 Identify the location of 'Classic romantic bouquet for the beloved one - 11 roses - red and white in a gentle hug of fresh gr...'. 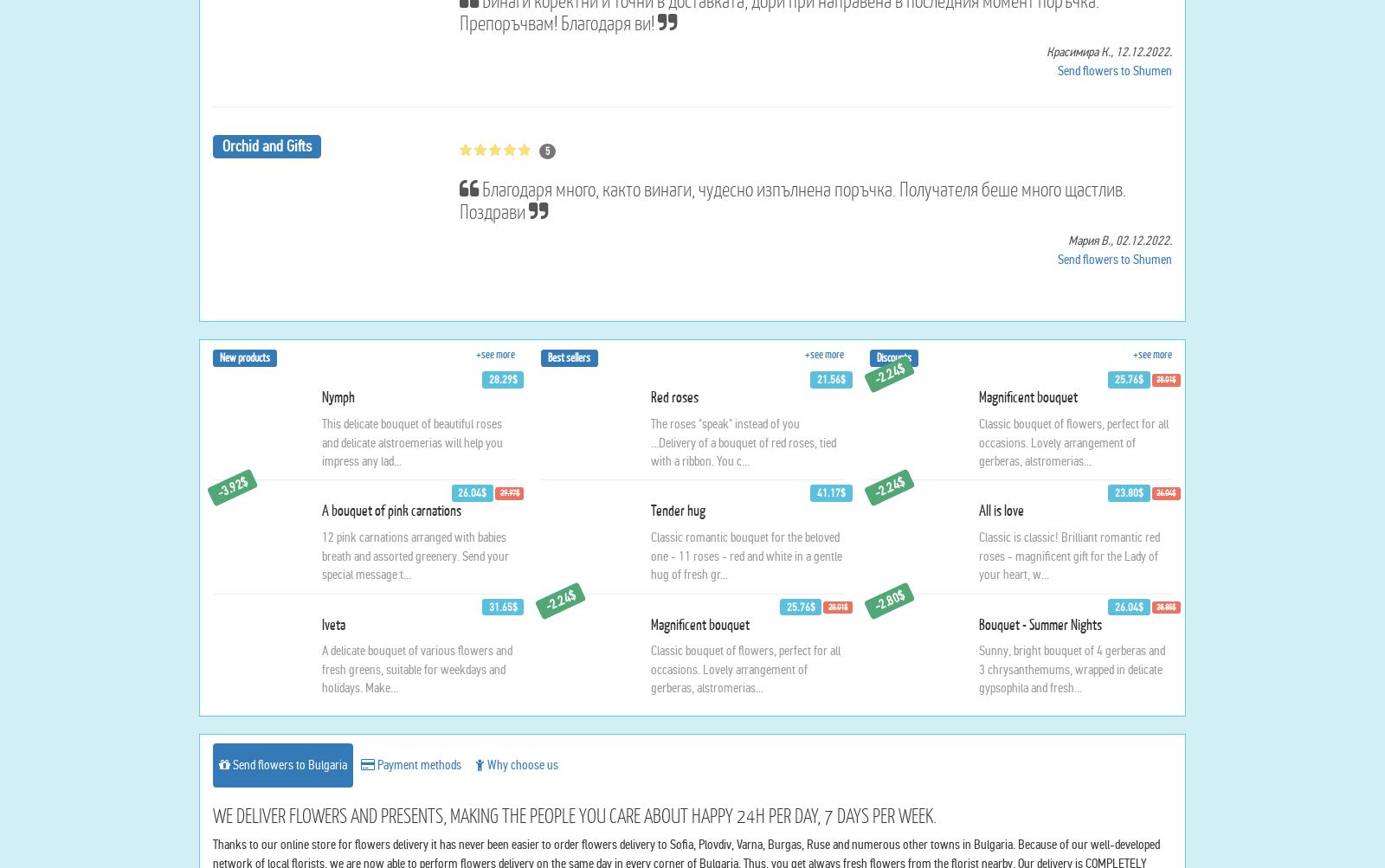
(744, 722).